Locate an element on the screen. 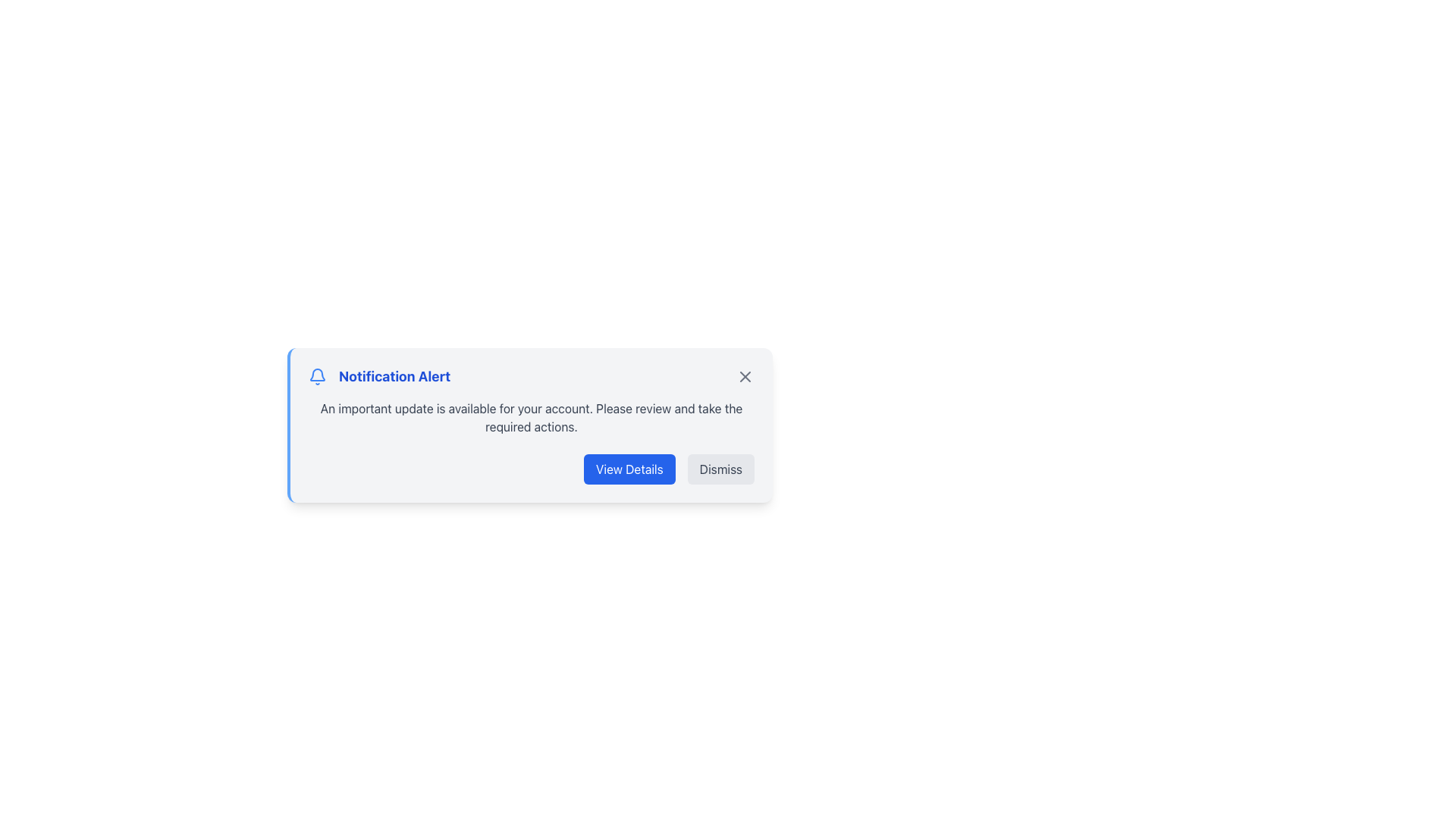 This screenshot has width=1456, height=819. the dismiss button on the notification alert, which is positioned to the far right of the alert header containing a bell icon and the text 'Notification Alert' is located at coordinates (745, 376).